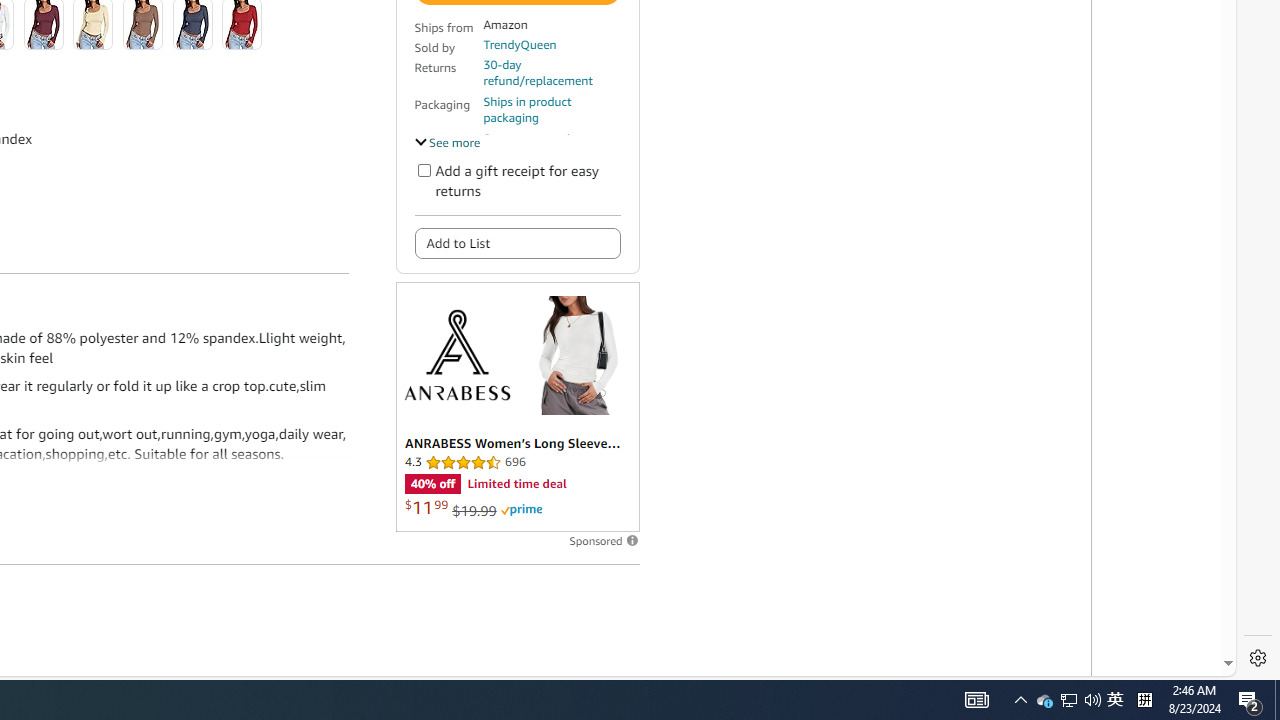 The height and width of the screenshot is (720, 1280). I want to click on 'Ships in product packaging', so click(551, 110).